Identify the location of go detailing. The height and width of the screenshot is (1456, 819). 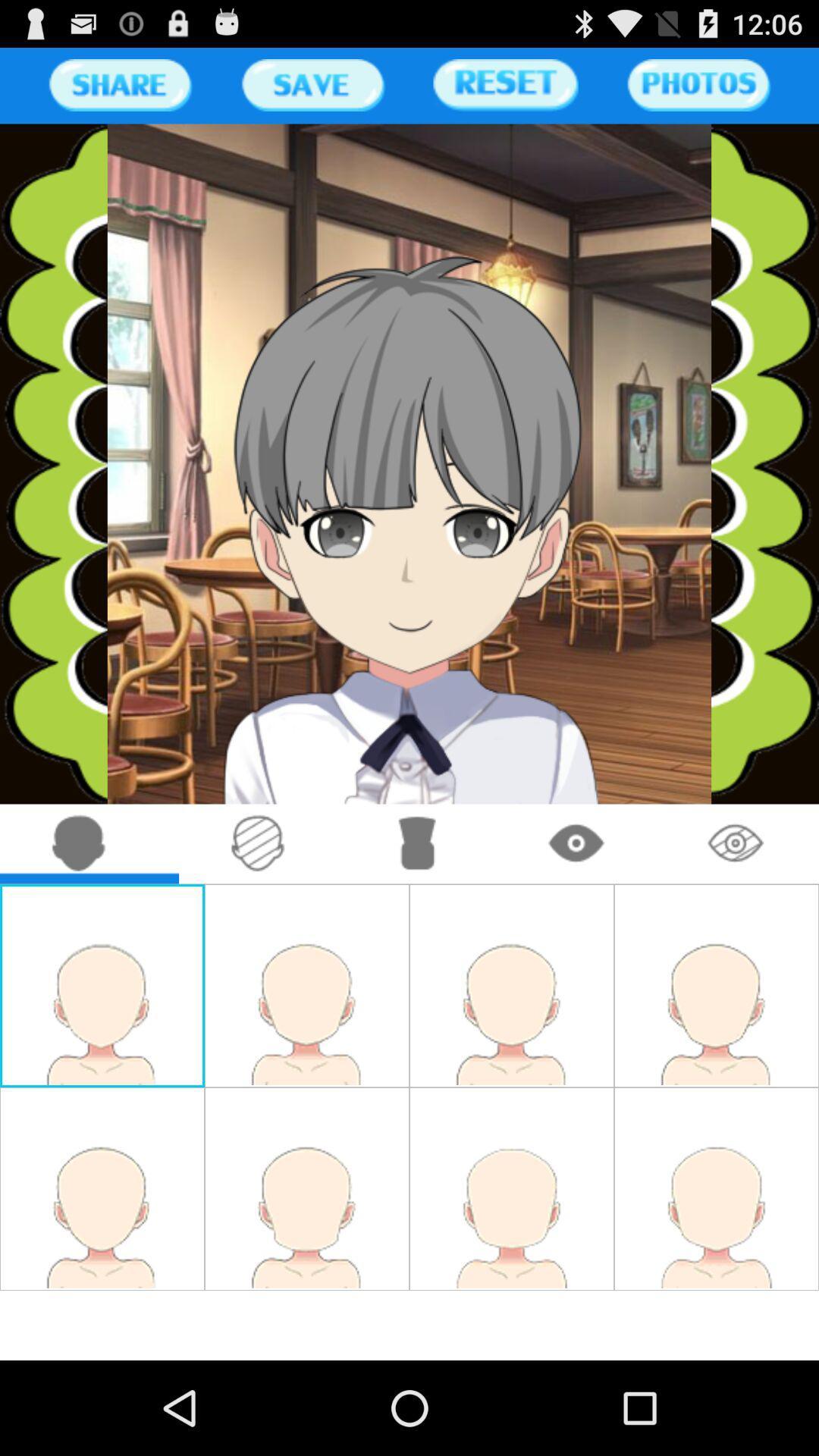
(418, 843).